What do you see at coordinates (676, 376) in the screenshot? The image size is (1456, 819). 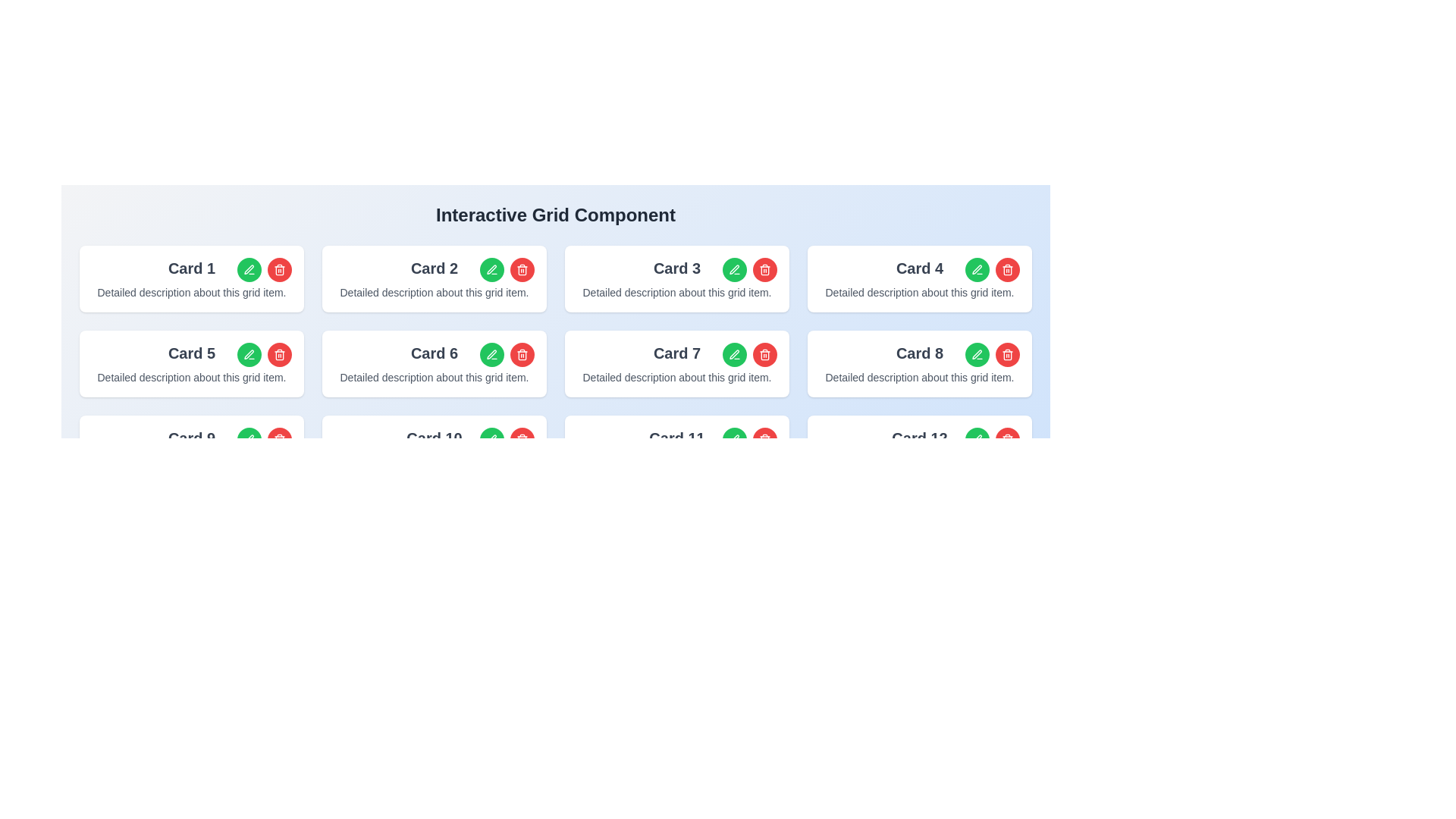 I see `the contextual text label that provides a description about 'Card 7', located at the bottom center of the card` at bounding box center [676, 376].